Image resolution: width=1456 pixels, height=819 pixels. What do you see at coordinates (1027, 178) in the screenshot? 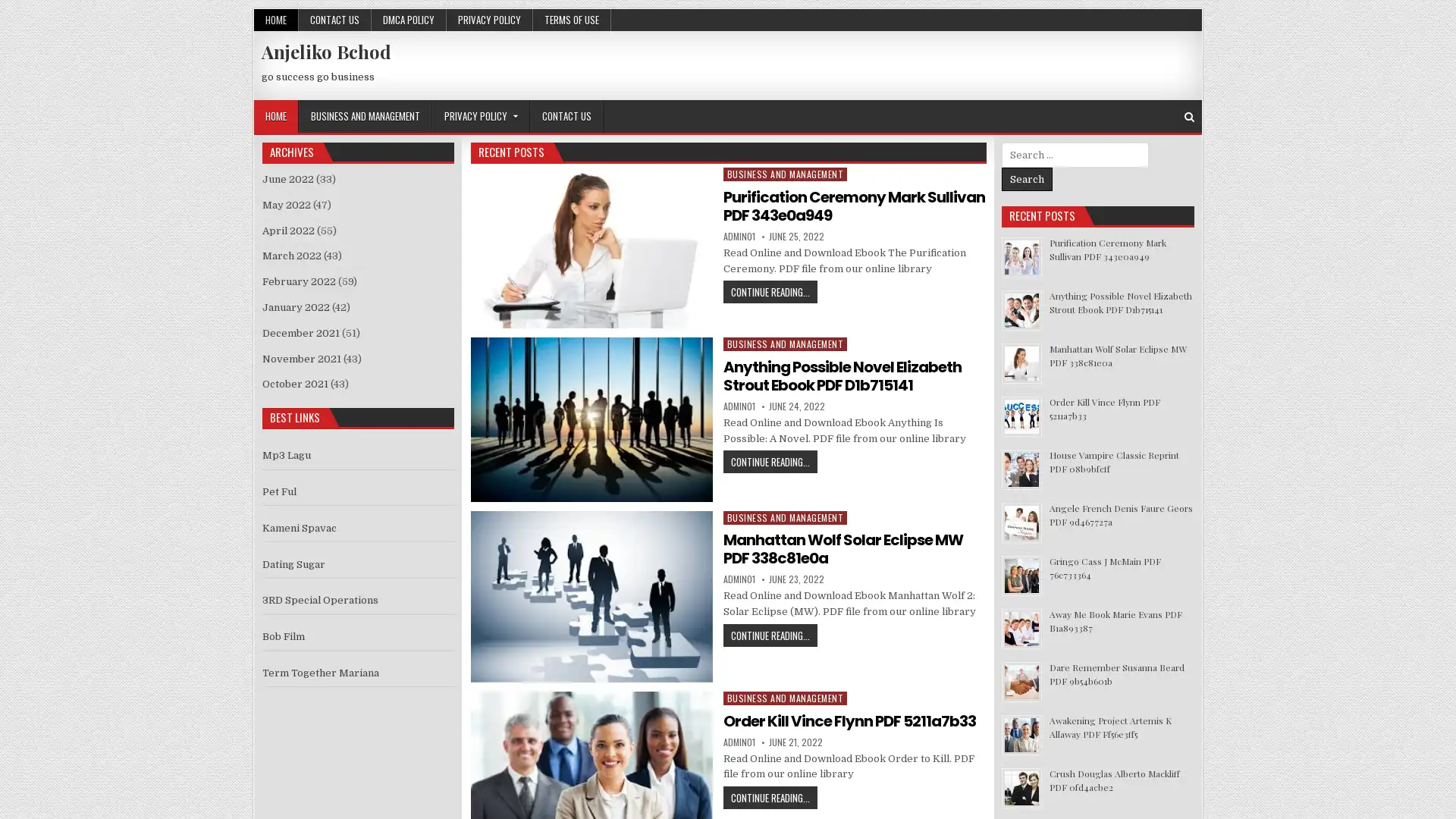
I see `Search` at bounding box center [1027, 178].